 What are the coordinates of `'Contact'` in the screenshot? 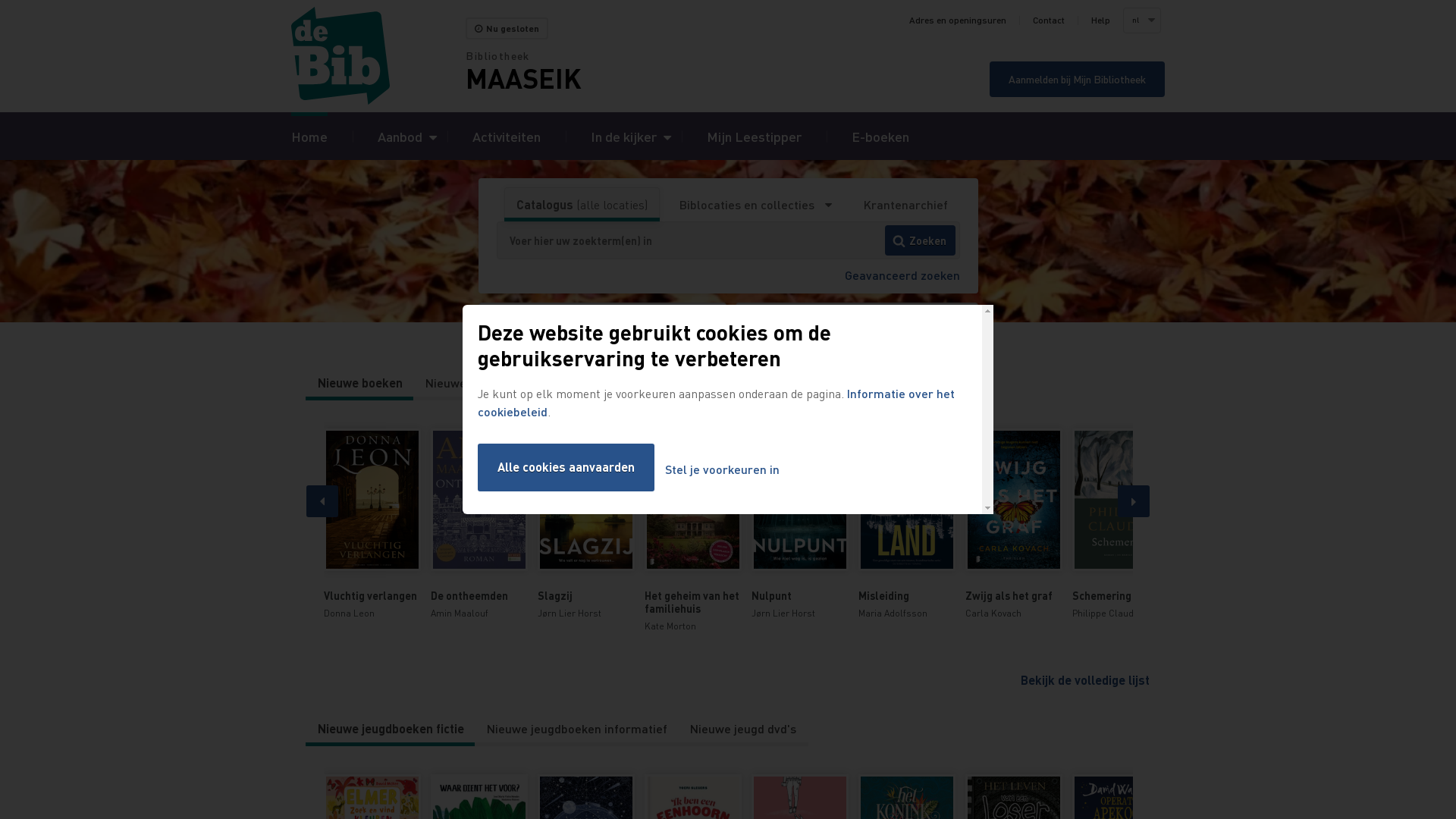 It's located at (1047, 20).